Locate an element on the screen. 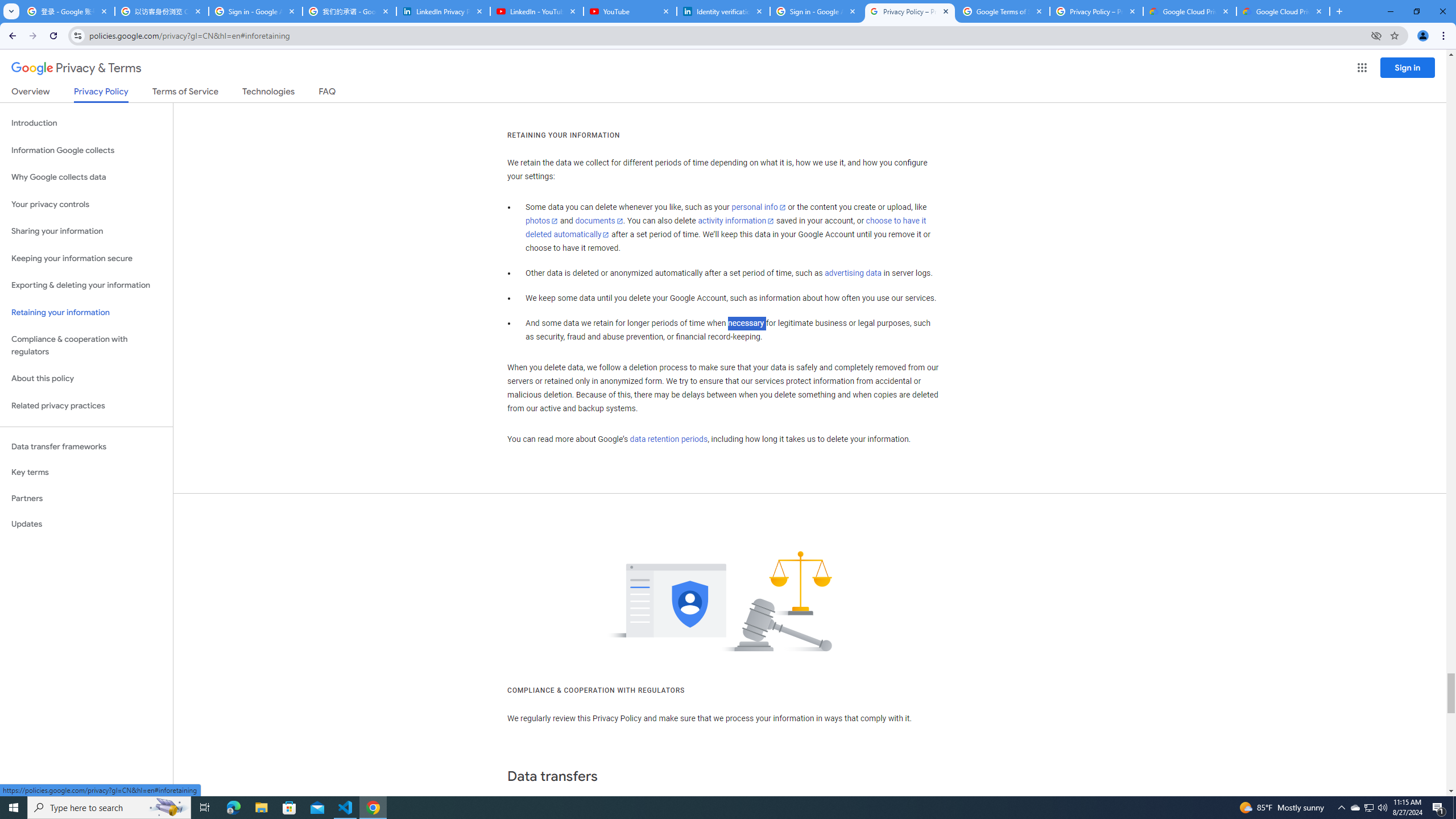 The width and height of the screenshot is (1456, 819). 'documents' is located at coordinates (598, 220).